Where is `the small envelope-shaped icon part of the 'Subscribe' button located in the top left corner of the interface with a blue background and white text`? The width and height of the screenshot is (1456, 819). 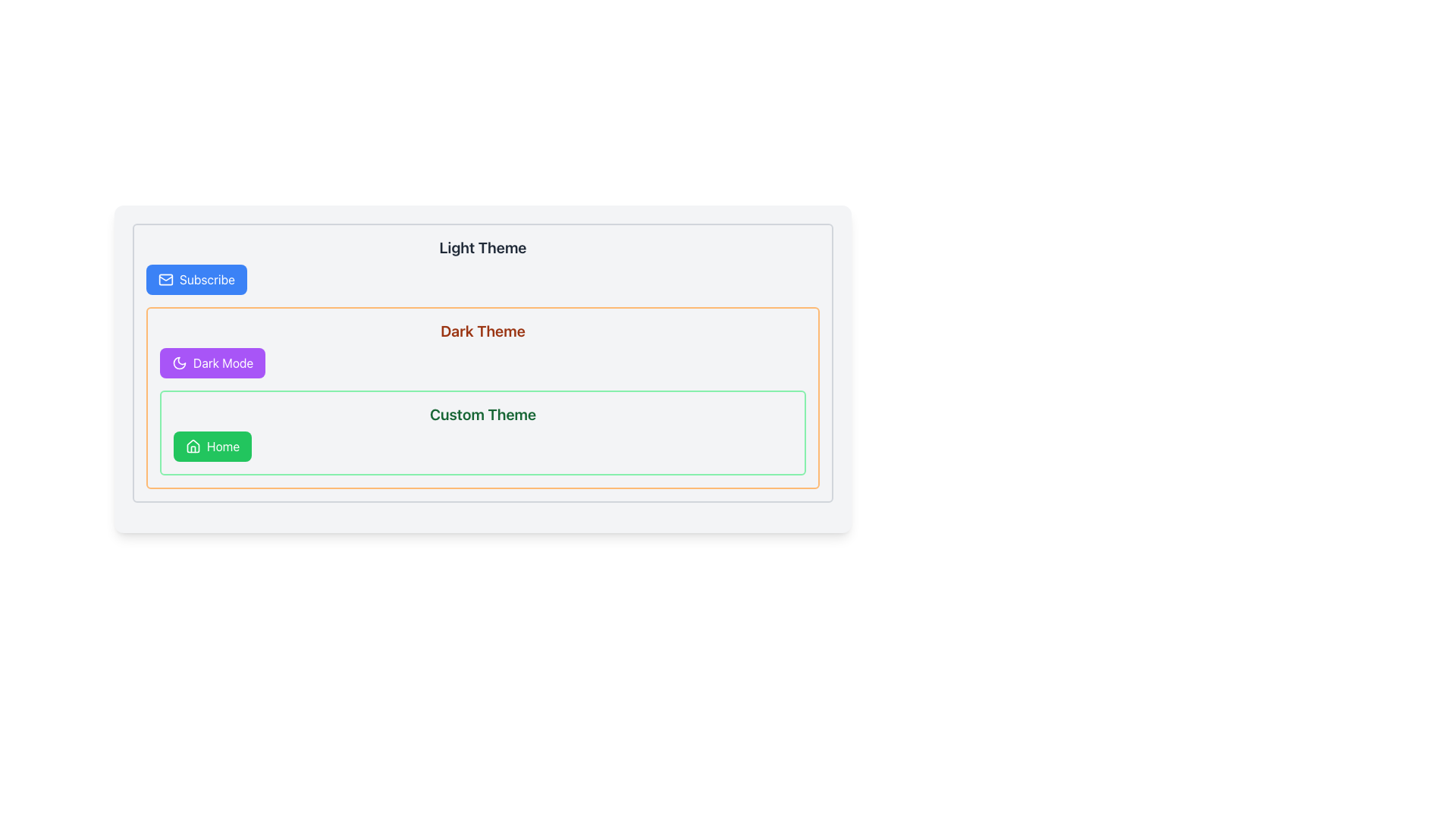 the small envelope-shaped icon part of the 'Subscribe' button located in the top left corner of the interface with a blue background and white text is located at coordinates (166, 280).